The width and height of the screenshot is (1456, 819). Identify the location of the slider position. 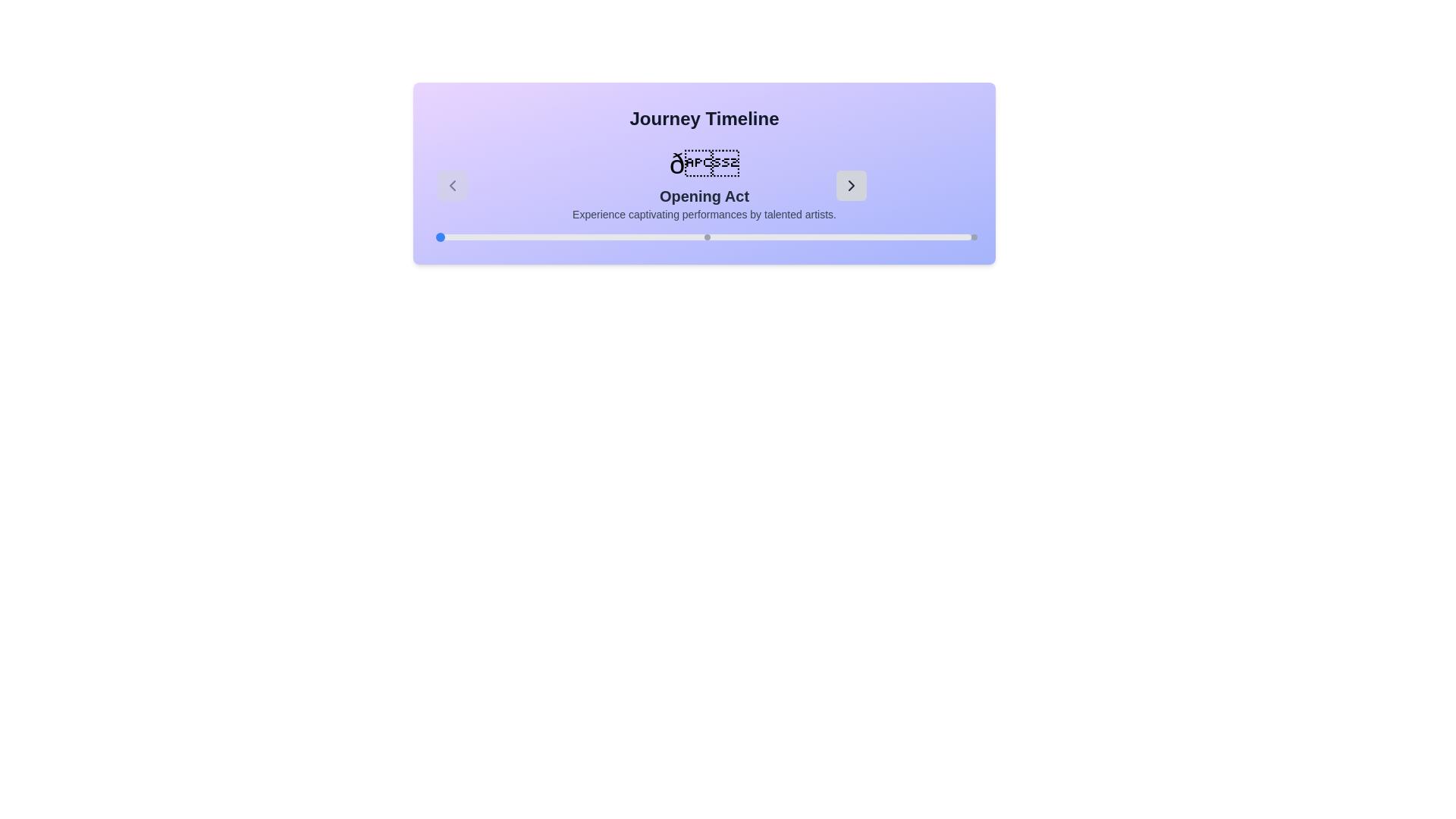
(815, 237).